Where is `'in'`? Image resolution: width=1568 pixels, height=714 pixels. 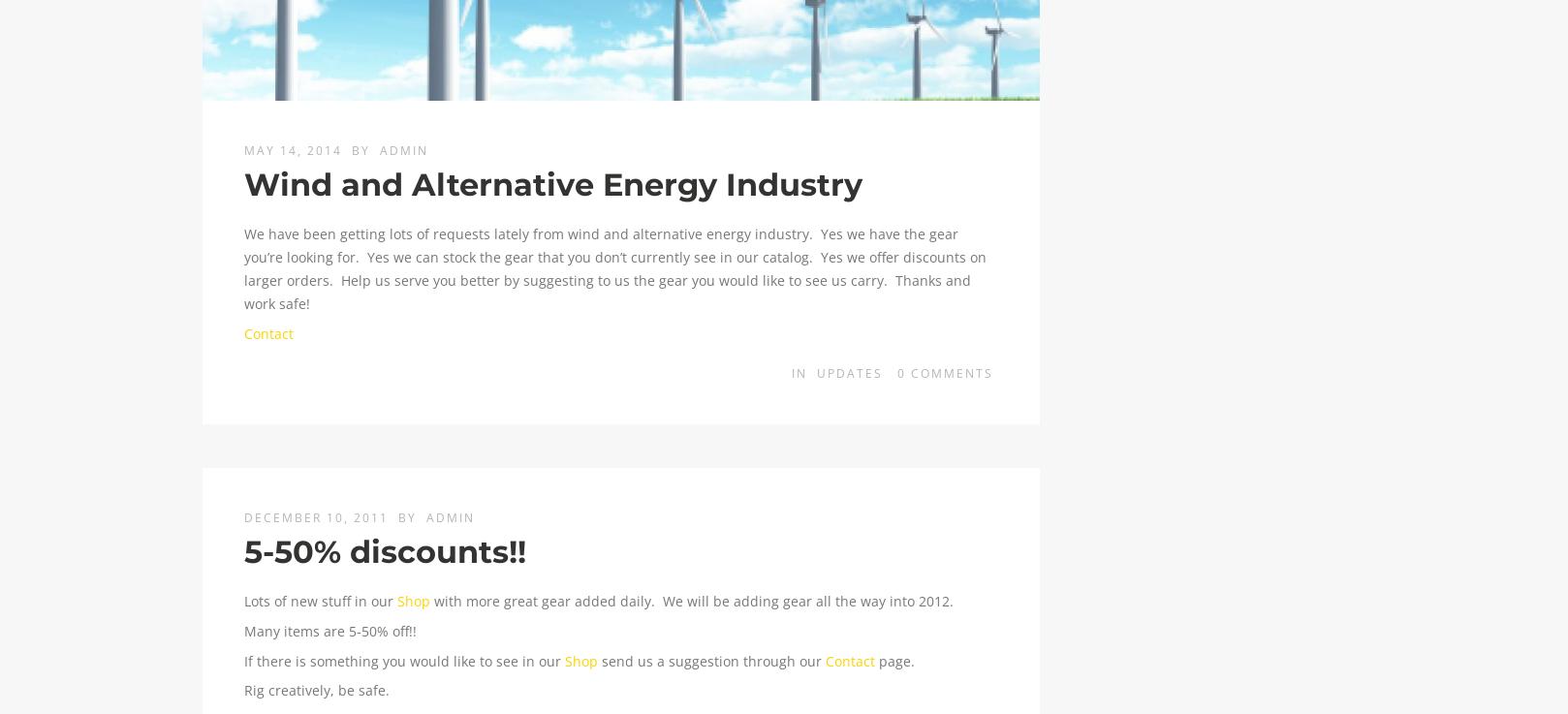
'in' is located at coordinates (800, 373).